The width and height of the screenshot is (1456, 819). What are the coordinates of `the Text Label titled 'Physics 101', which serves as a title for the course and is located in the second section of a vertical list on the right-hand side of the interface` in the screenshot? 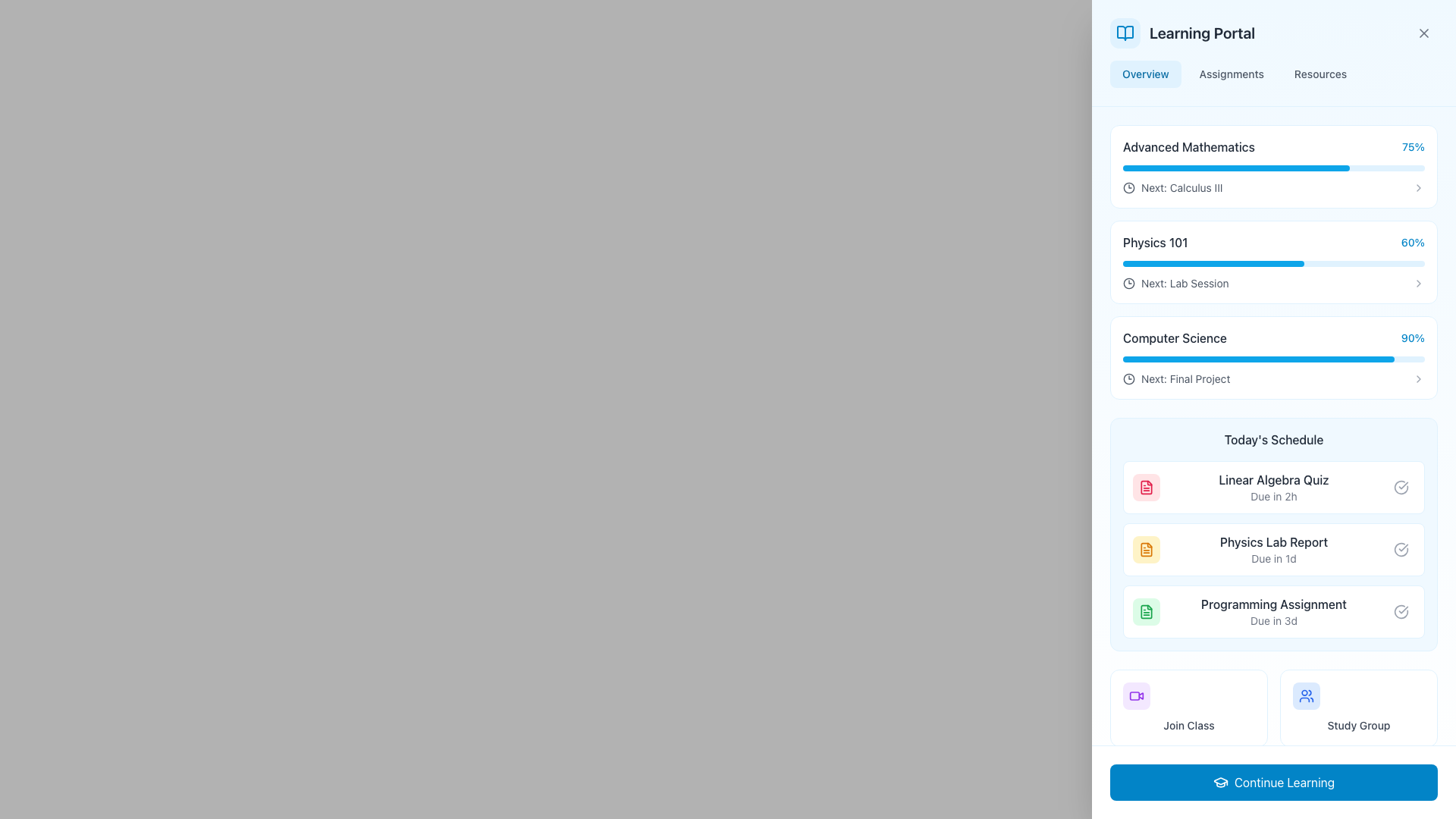 It's located at (1154, 242).